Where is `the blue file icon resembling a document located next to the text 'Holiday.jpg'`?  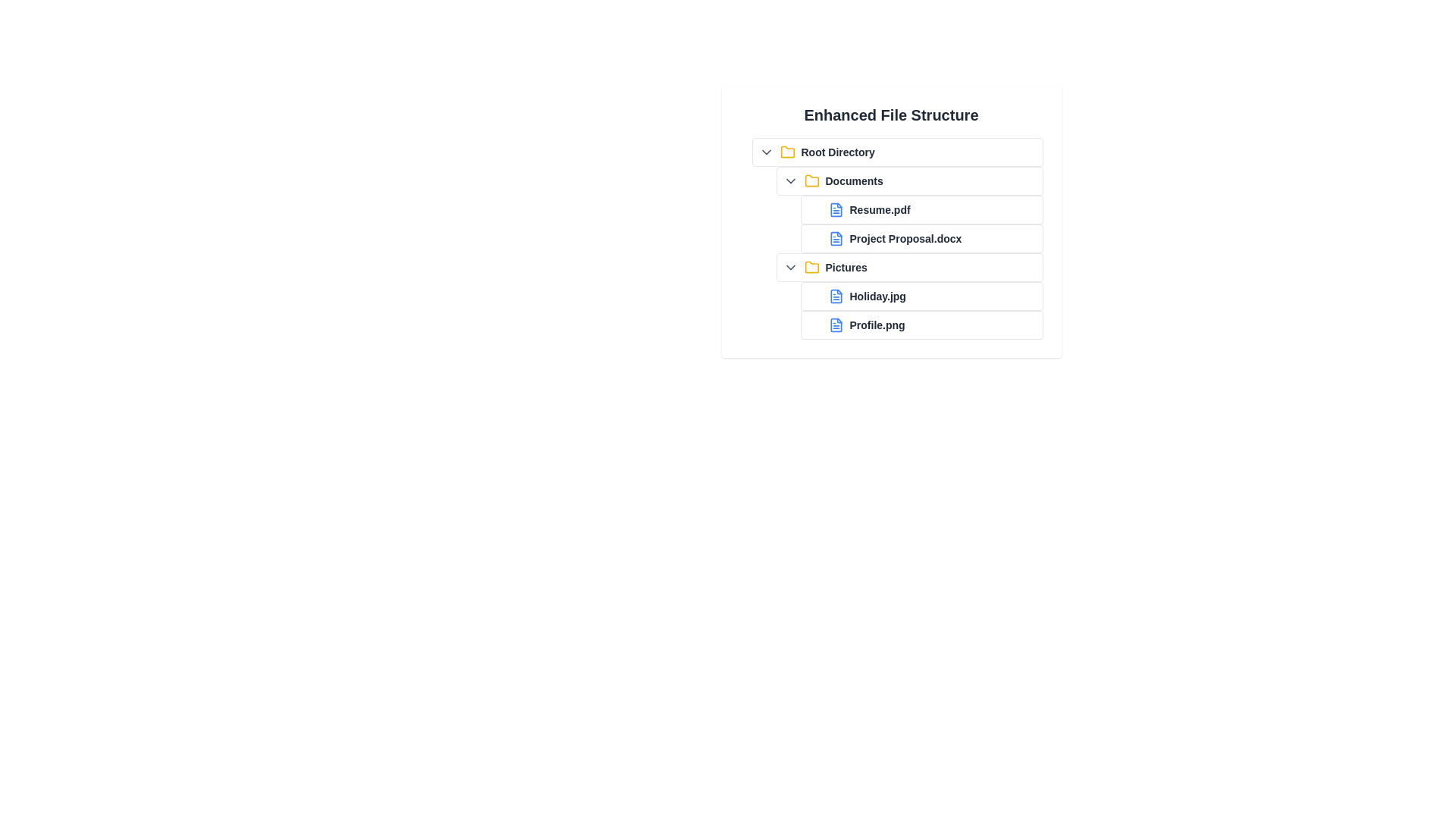
the blue file icon resembling a document located next to the text 'Holiday.jpg' is located at coordinates (835, 296).